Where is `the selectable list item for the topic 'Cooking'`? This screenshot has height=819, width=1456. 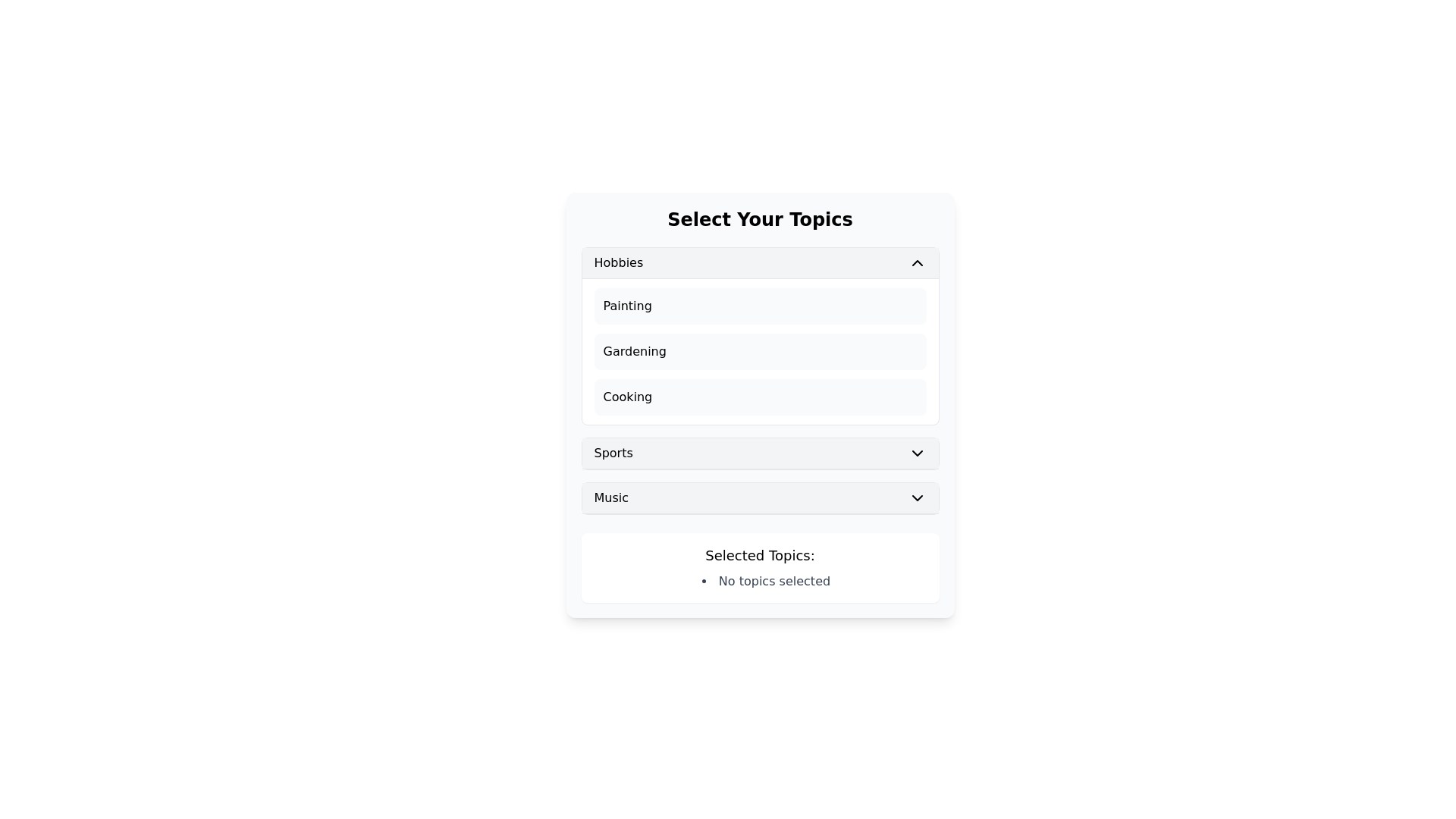 the selectable list item for the topic 'Cooking' is located at coordinates (627, 397).